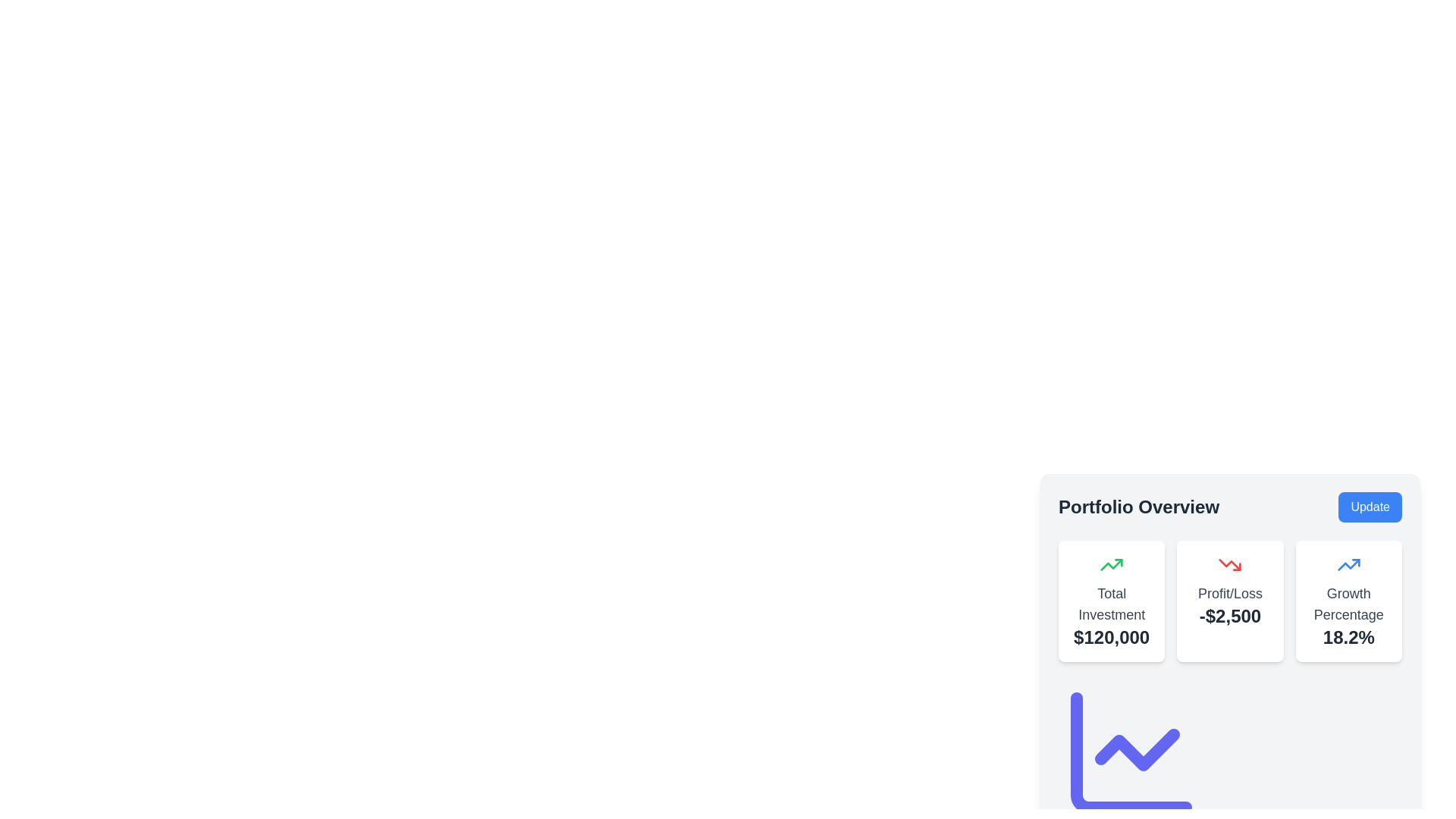 The height and width of the screenshot is (819, 1456). Describe the element at coordinates (1112, 564) in the screenshot. I see `the growth icon located in the upper-left corner of the financial card above 'Total Investment' and '$120,000'` at that location.